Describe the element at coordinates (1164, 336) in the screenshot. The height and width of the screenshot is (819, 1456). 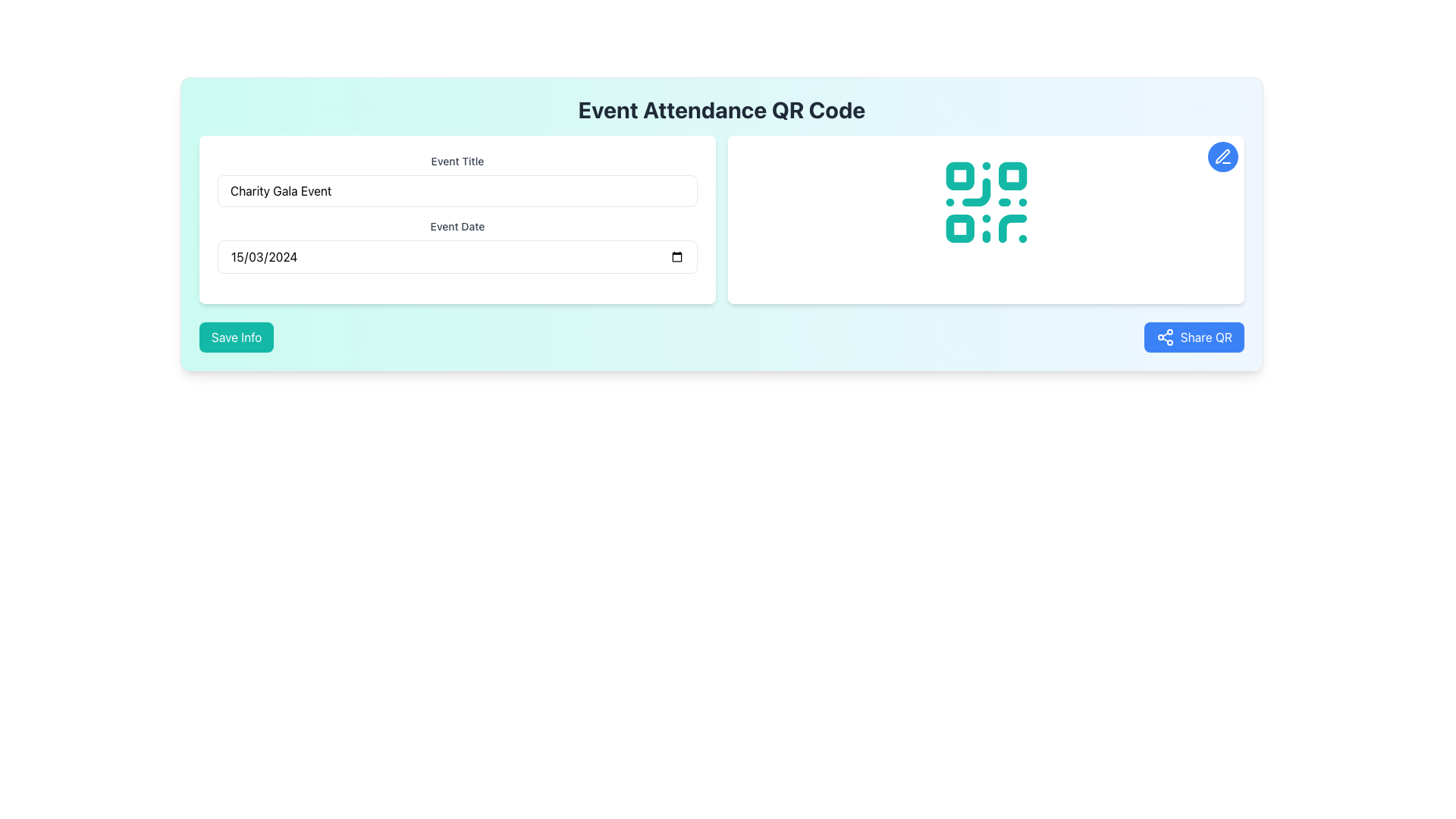
I see `the share icon located within the blue rounded rectangular button labeled 'Share QR' at the bottom-right corner of the interface` at that location.